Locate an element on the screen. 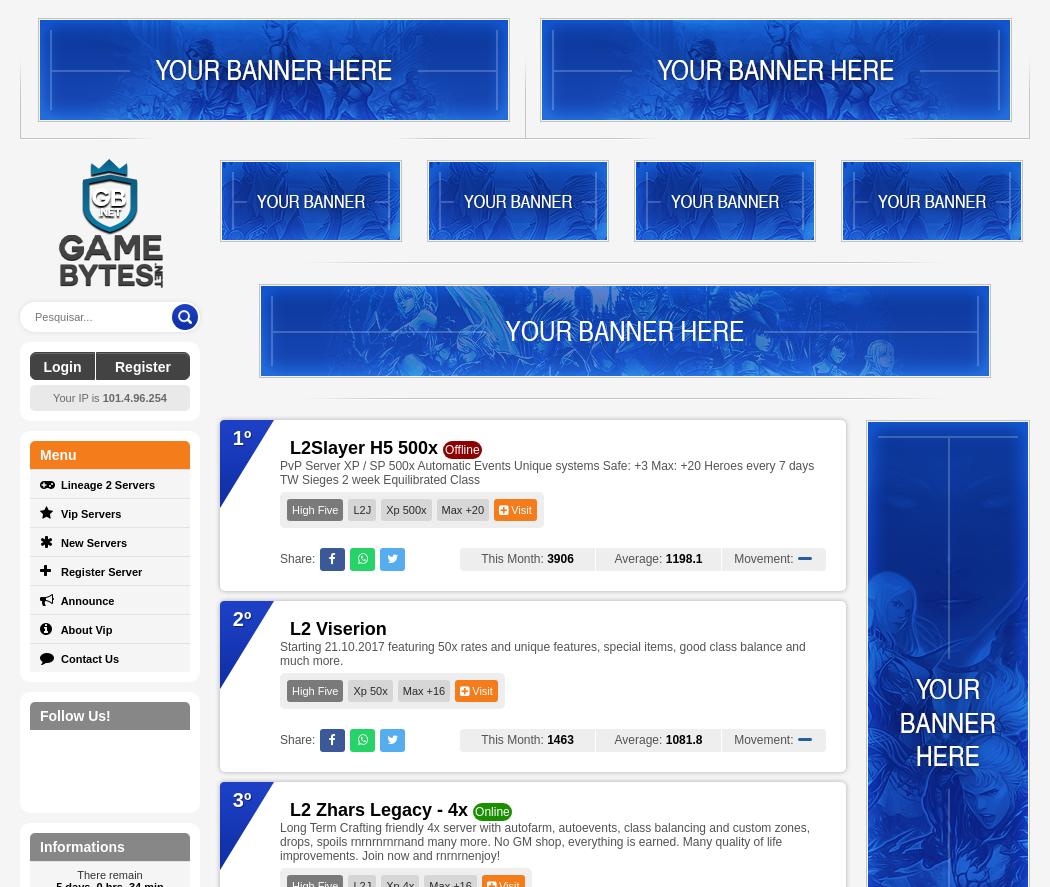 Image resolution: width=1050 pixels, height=887 pixels. '101.4.96.254' is located at coordinates (132, 397).